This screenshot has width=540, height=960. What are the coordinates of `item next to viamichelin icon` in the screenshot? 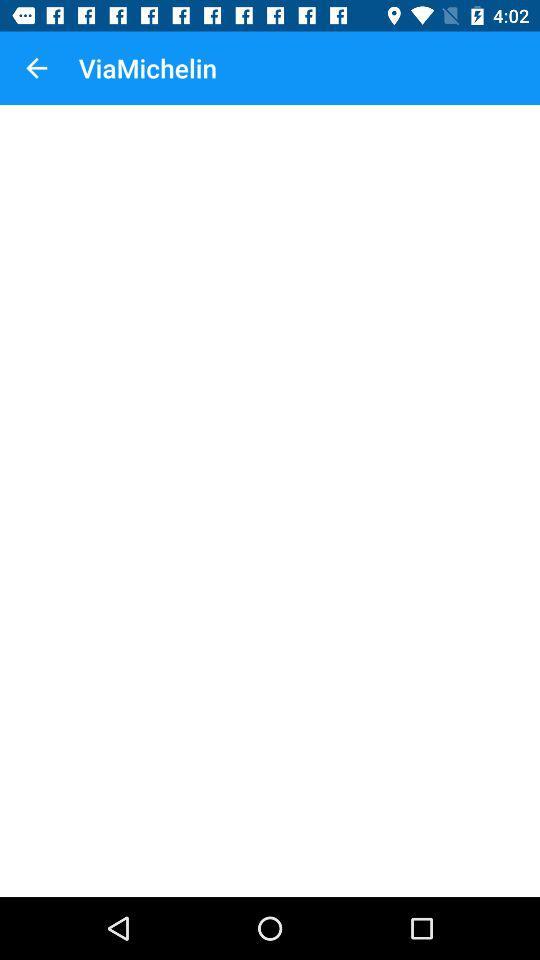 It's located at (36, 68).